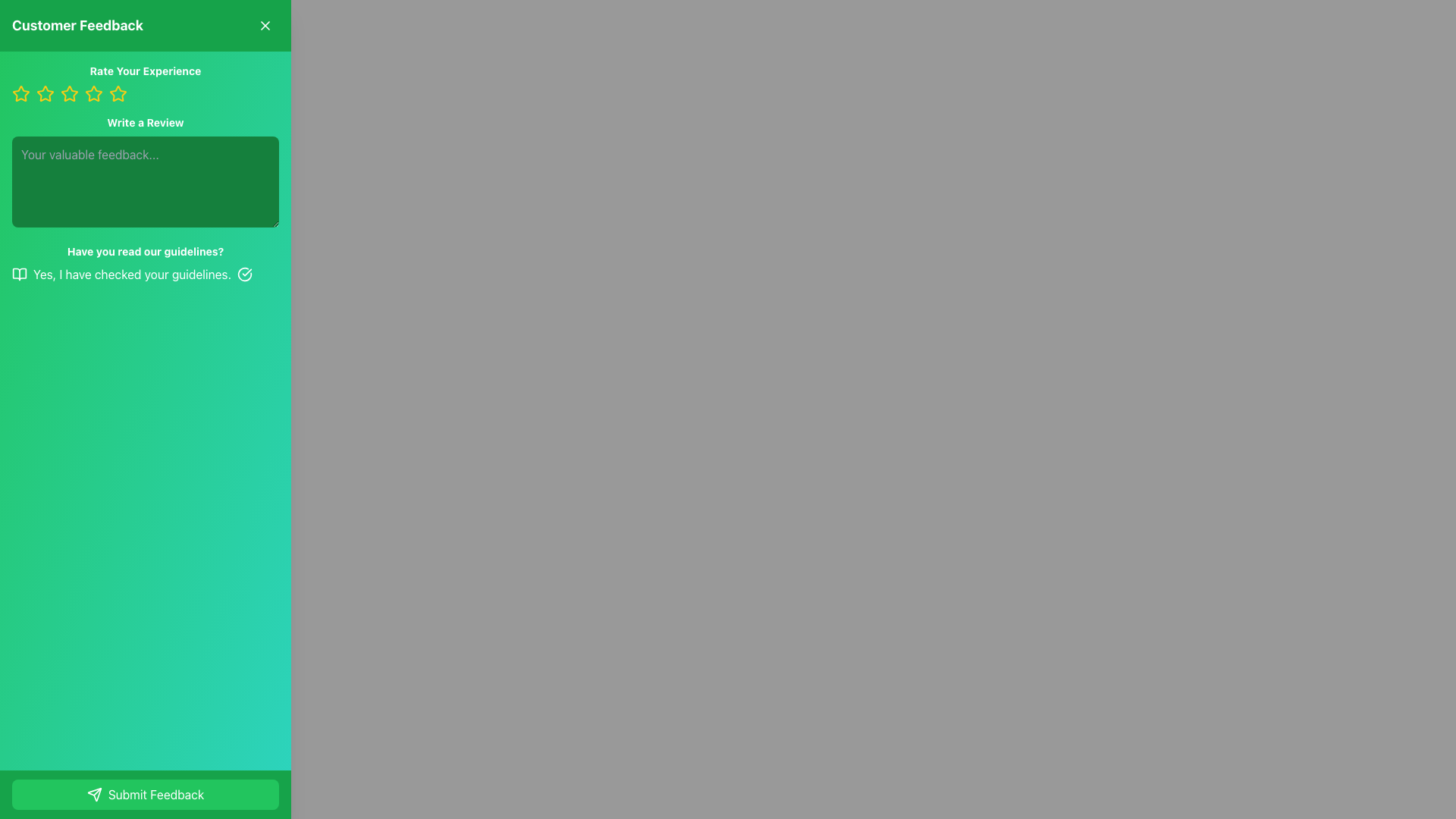  Describe the element at coordinates (265, 26) in the screenshot. I see `the close button (X icon) located in the top-right corner of the green header bar titled 'Customer Feedback'` at that location.